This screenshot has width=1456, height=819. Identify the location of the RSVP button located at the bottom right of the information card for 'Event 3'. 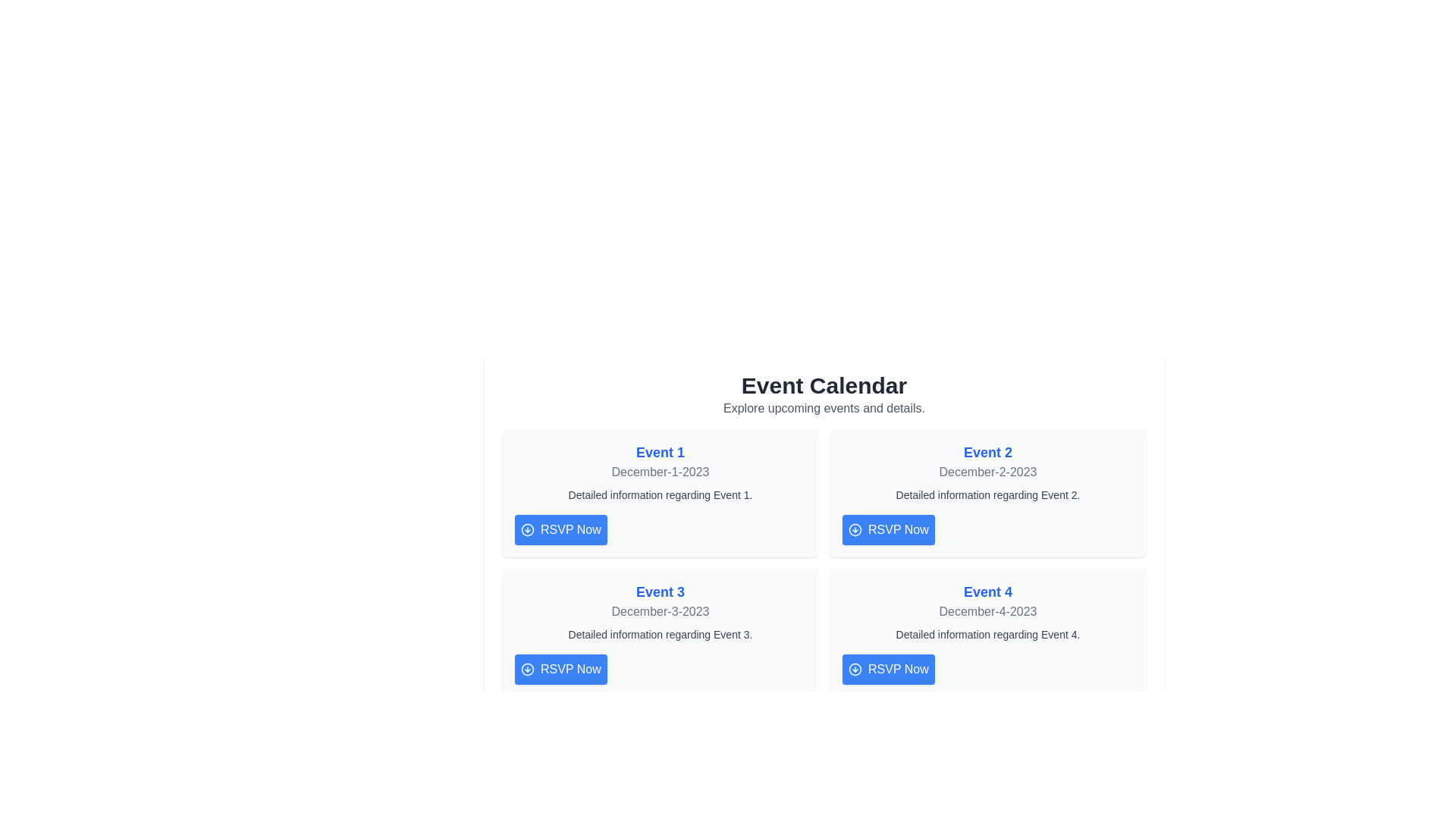
(560, 669).